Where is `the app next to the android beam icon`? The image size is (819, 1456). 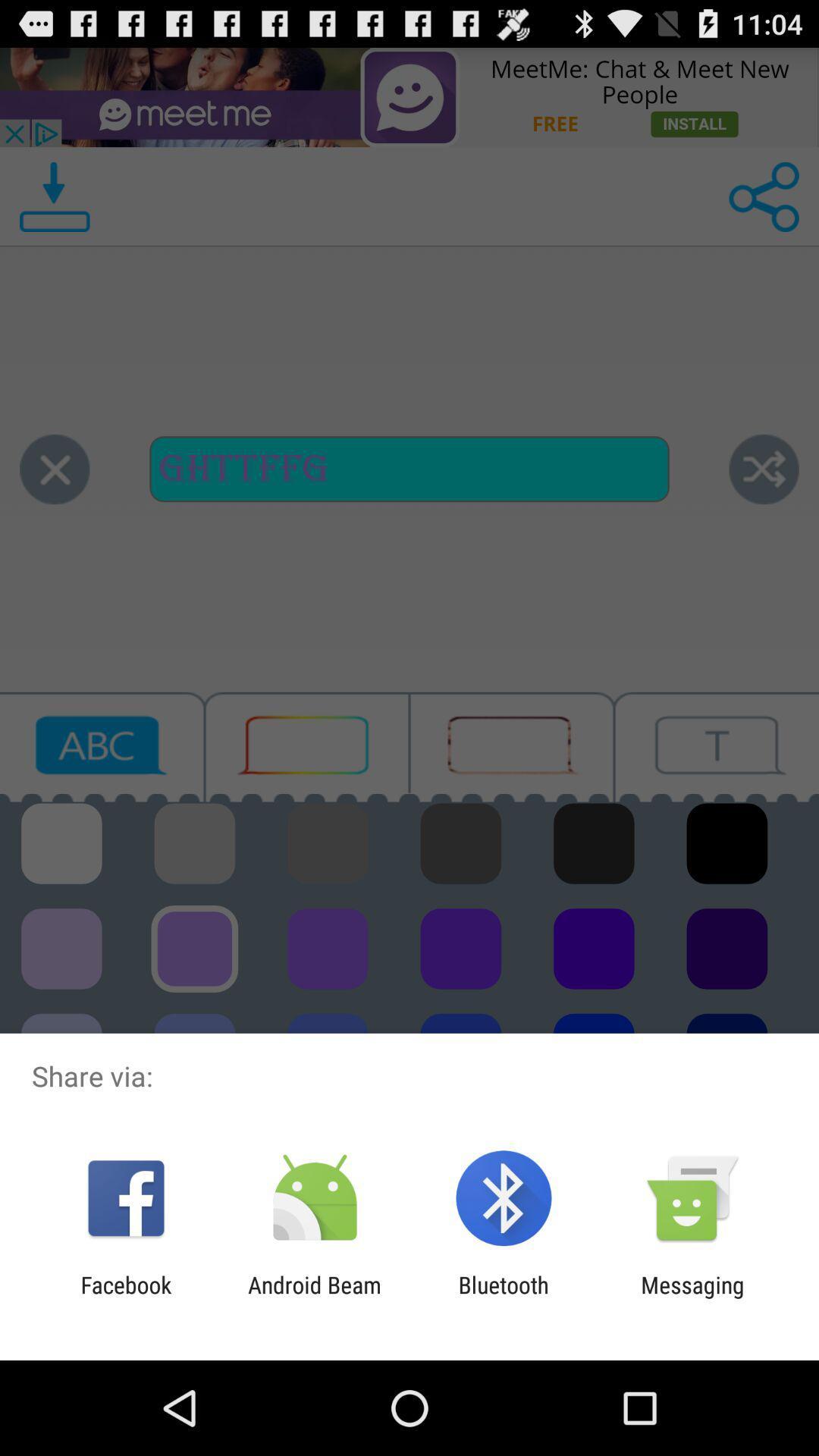
the app next to the android beam icon is located at coordinates (504, 1298).